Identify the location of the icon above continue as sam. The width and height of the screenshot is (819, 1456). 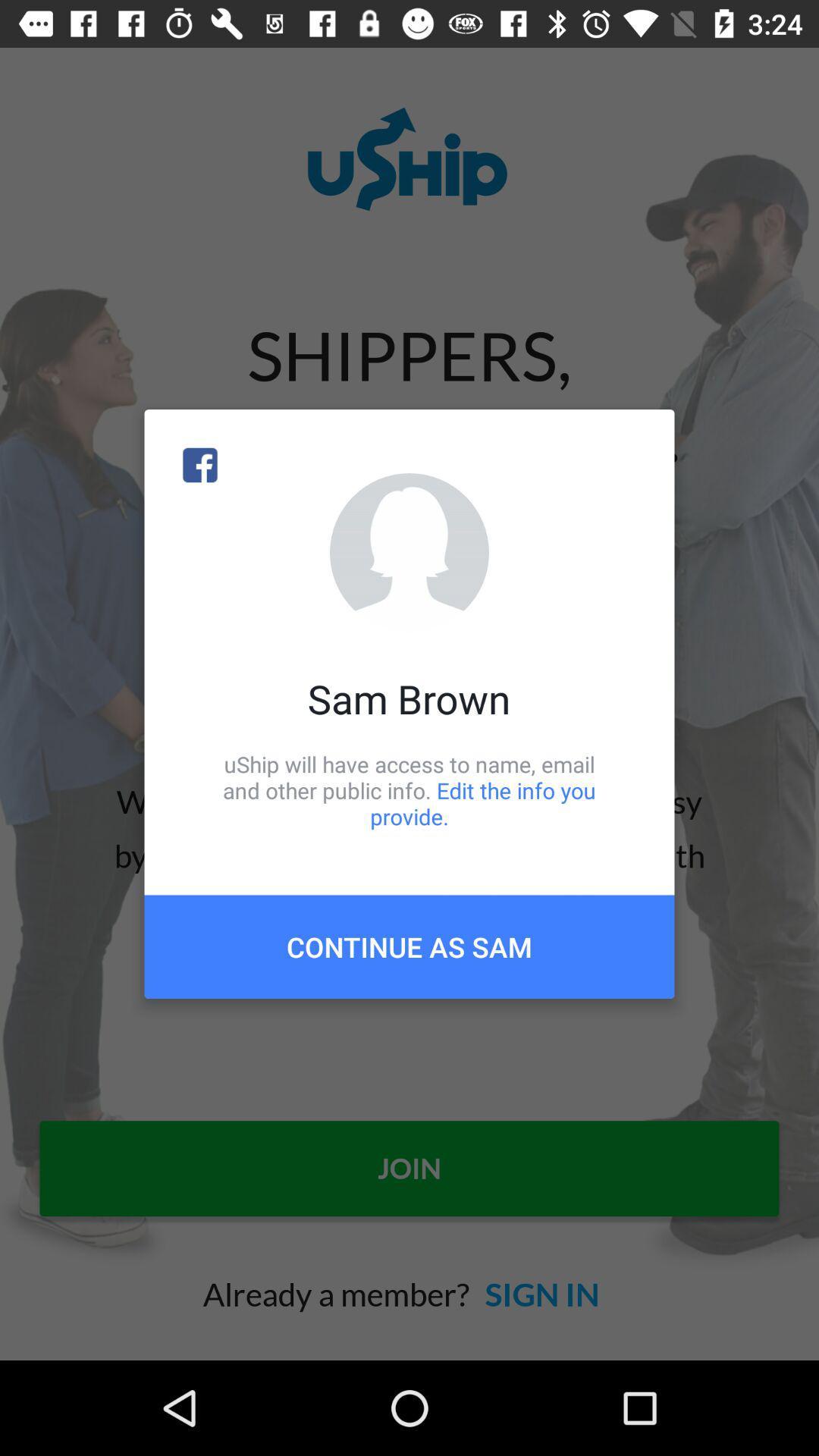
(409, 789).